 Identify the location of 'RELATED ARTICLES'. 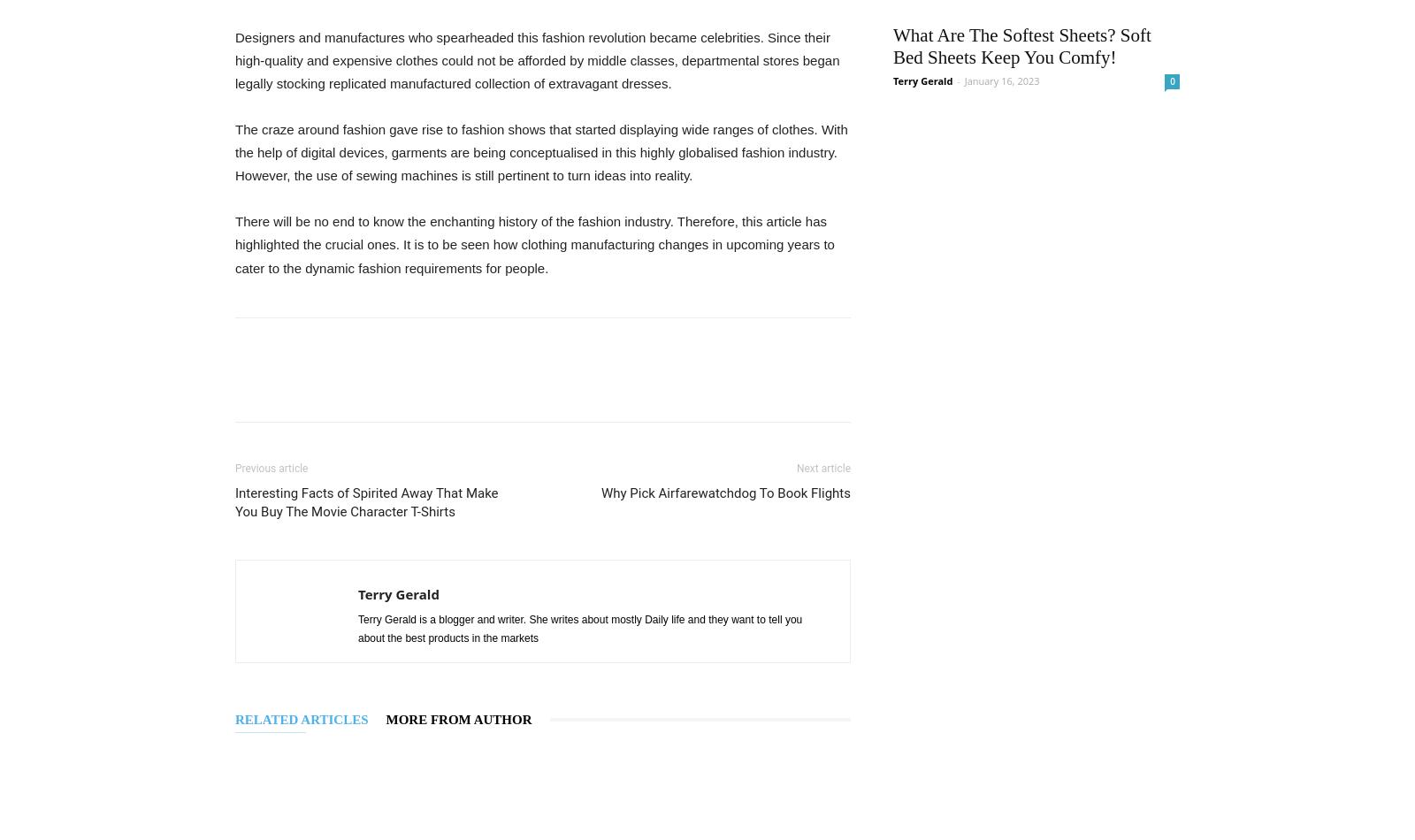
(301, 718).